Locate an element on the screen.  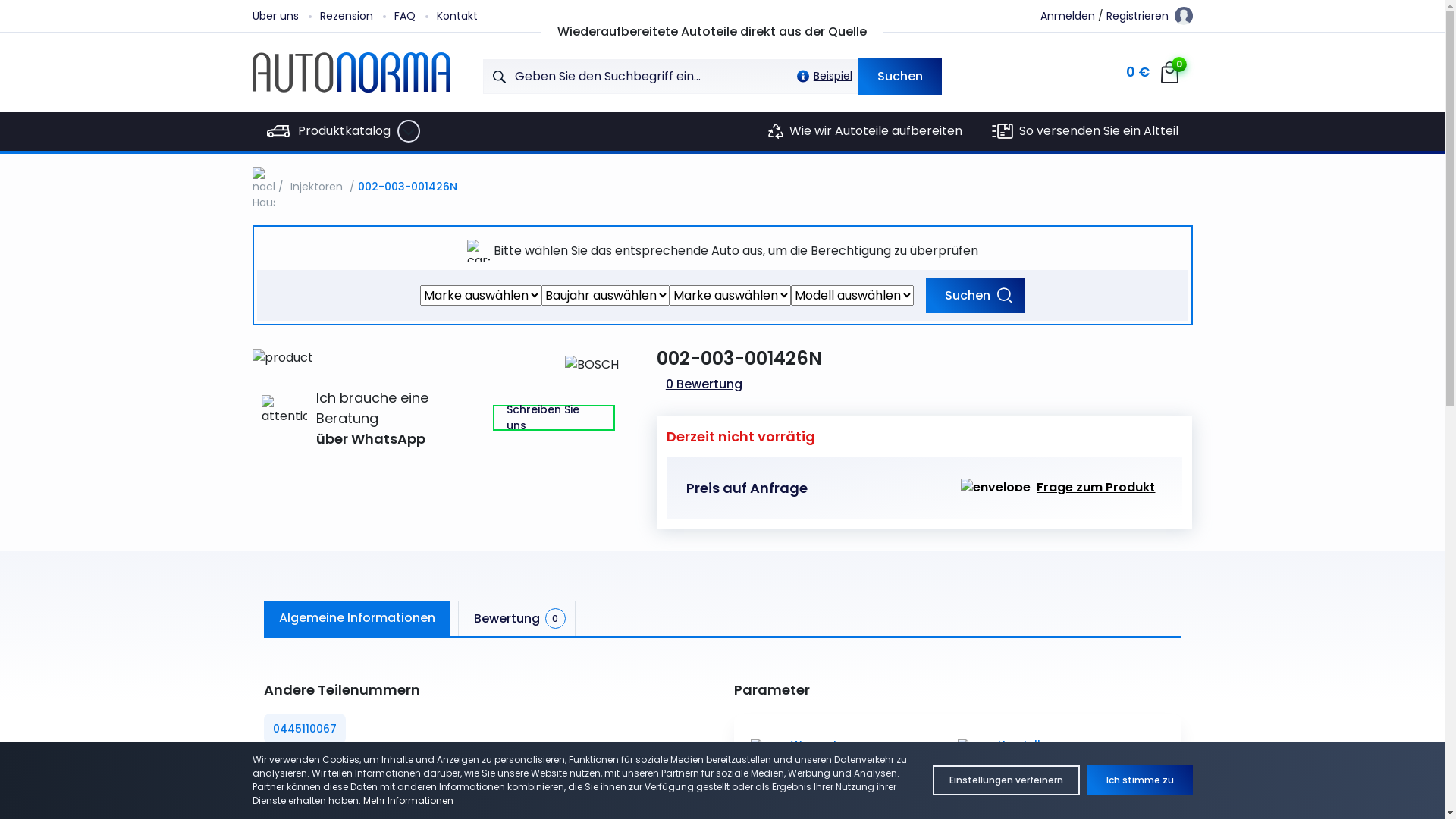
'Registrieren' is located at coordinates (1137, 15).